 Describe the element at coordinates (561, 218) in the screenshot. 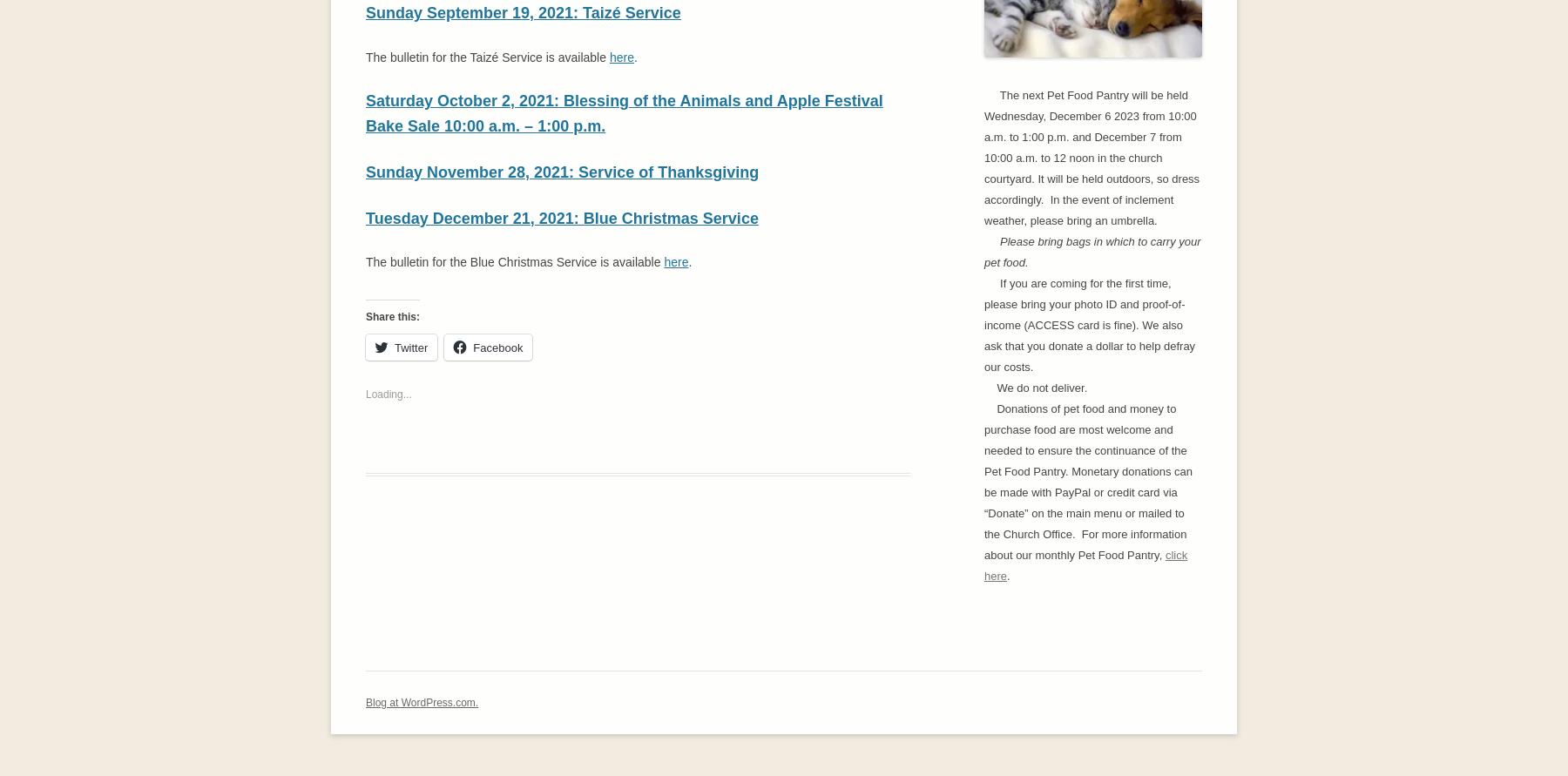

I see `'Tuesday December 21, 2021: Blue Christmas Service'` at that location.